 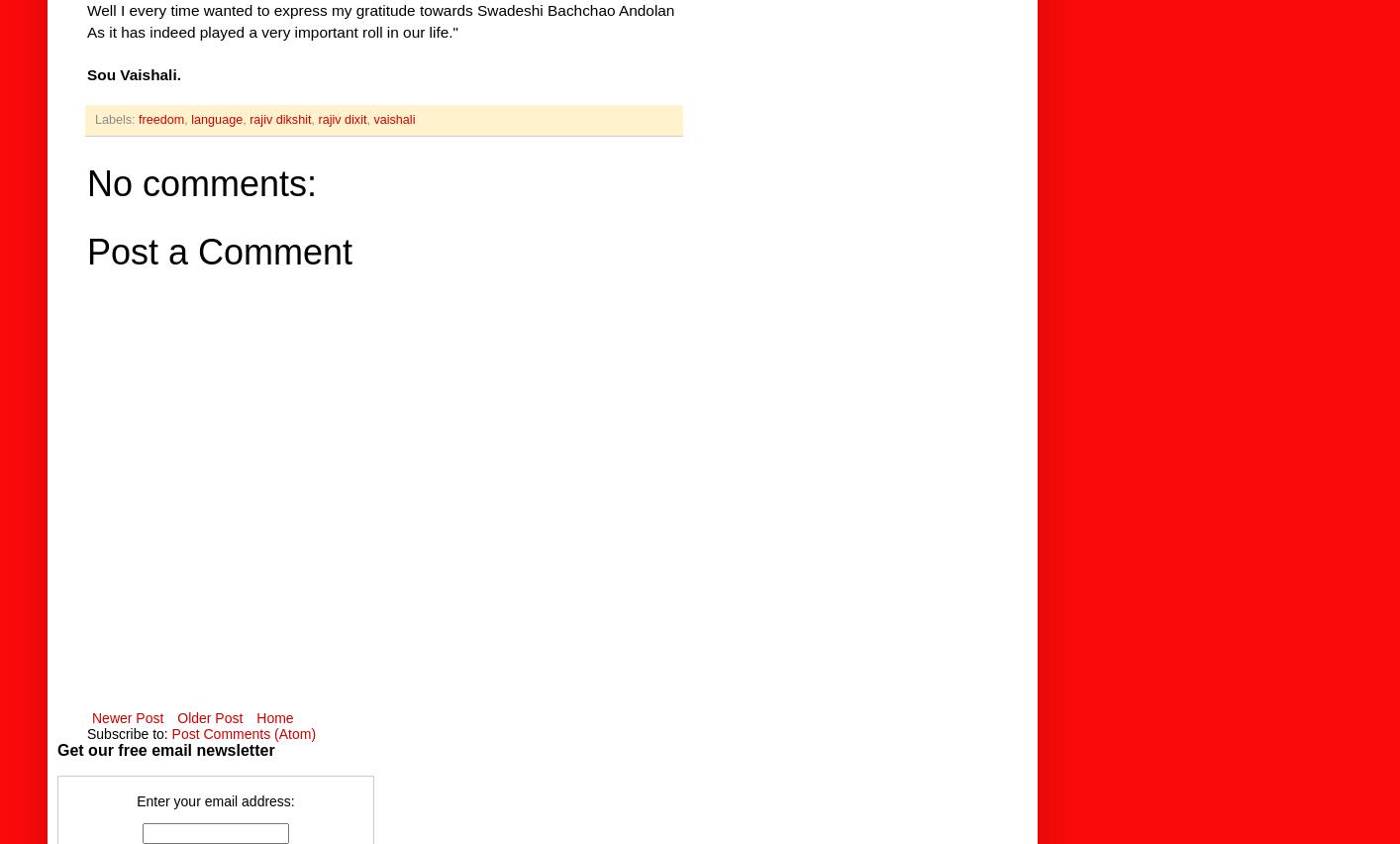 I want to click on 'Post a Comment', so click(x=218, y=251).